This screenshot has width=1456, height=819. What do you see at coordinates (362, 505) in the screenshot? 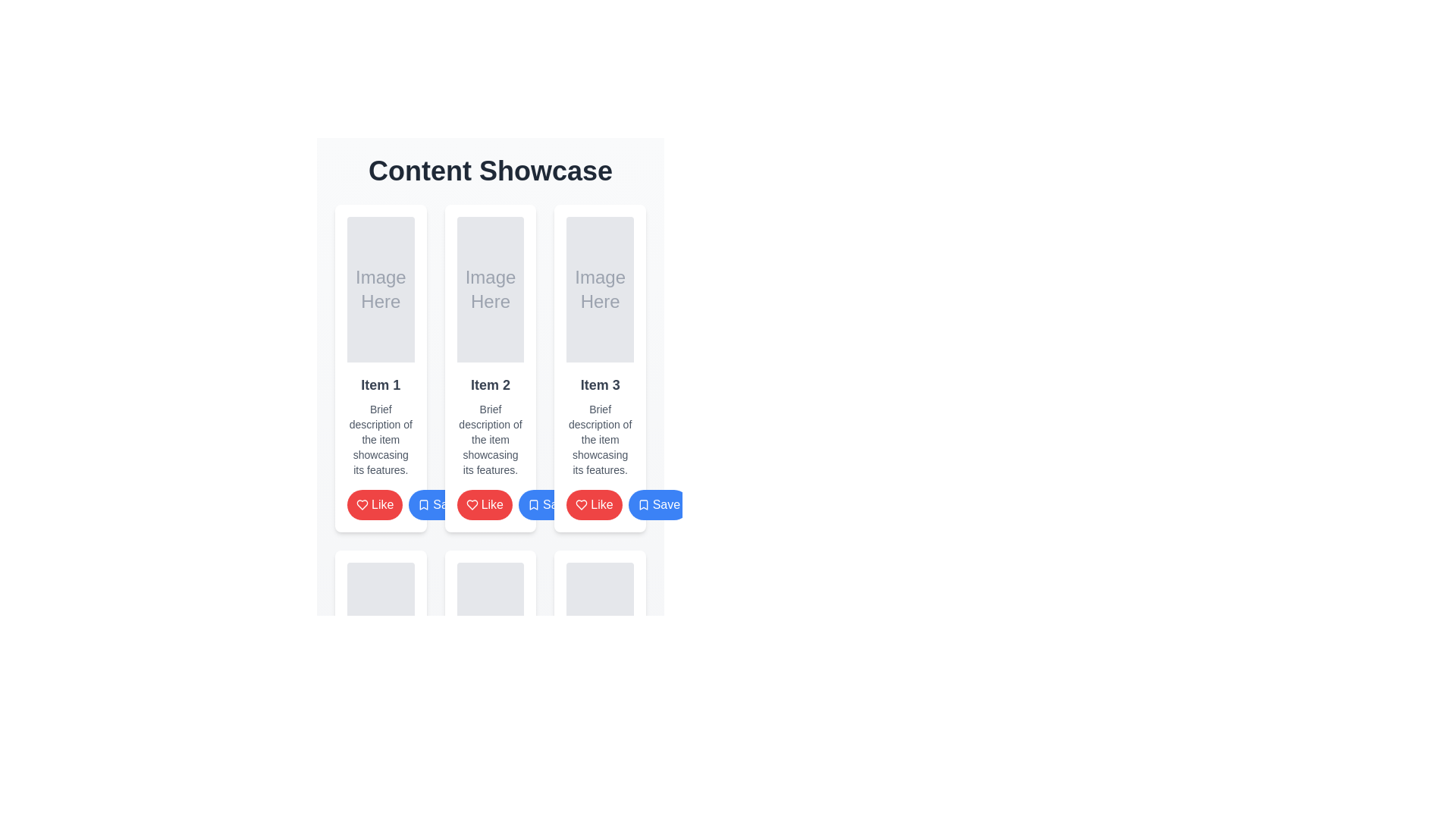
I see `the heart icon to like or unlike the 'Item 2' card, which is visually represented by a vector graphic icon located below the card in the middle column of the interface` at bounding box center [362, 505].